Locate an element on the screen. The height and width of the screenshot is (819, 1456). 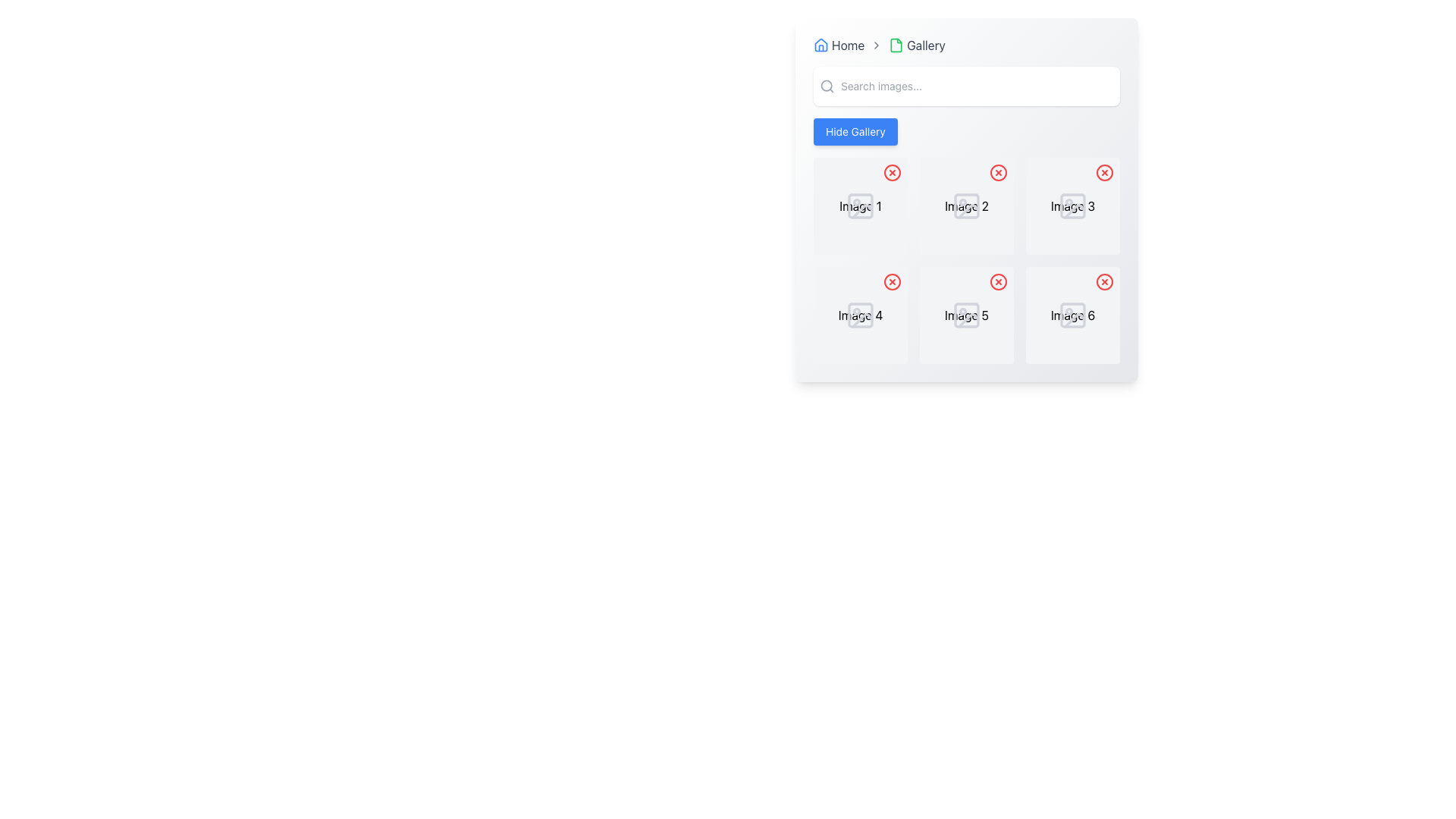
the icon button resembling a stylized house with a blue stroke is located at coordinates (821, 45).